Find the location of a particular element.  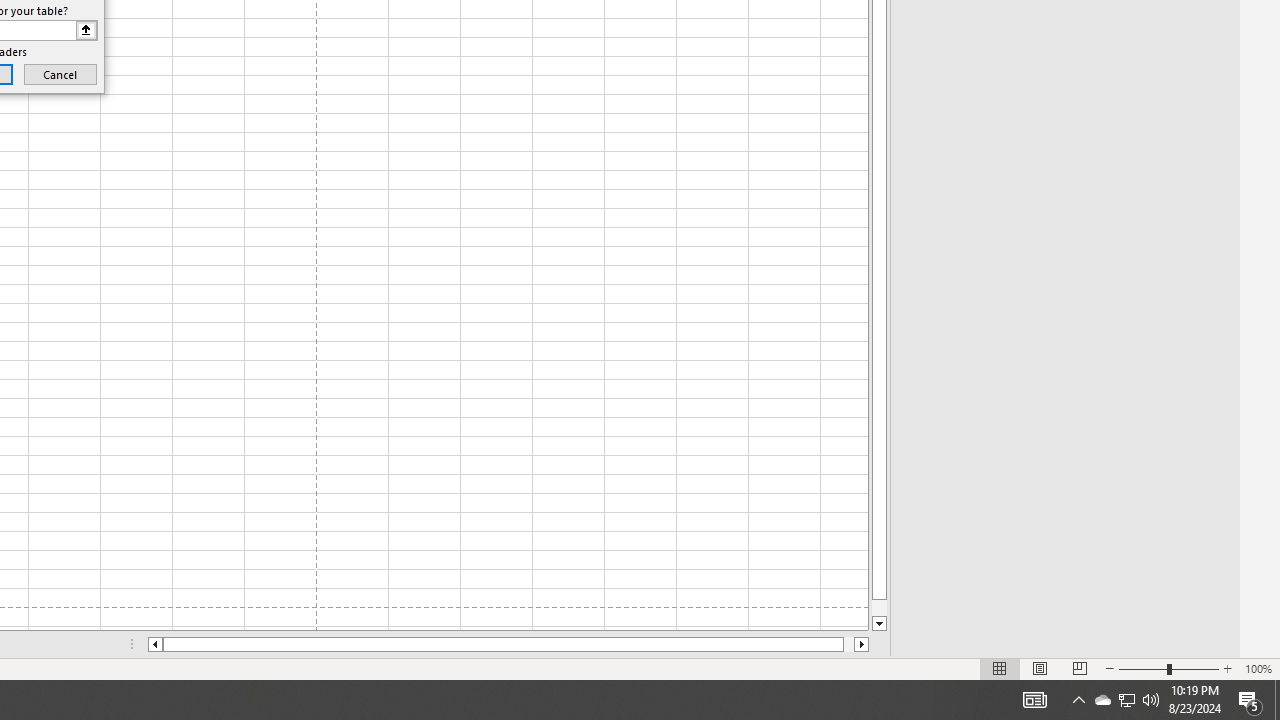

'Normal' is located at coordinates (1000, 669).